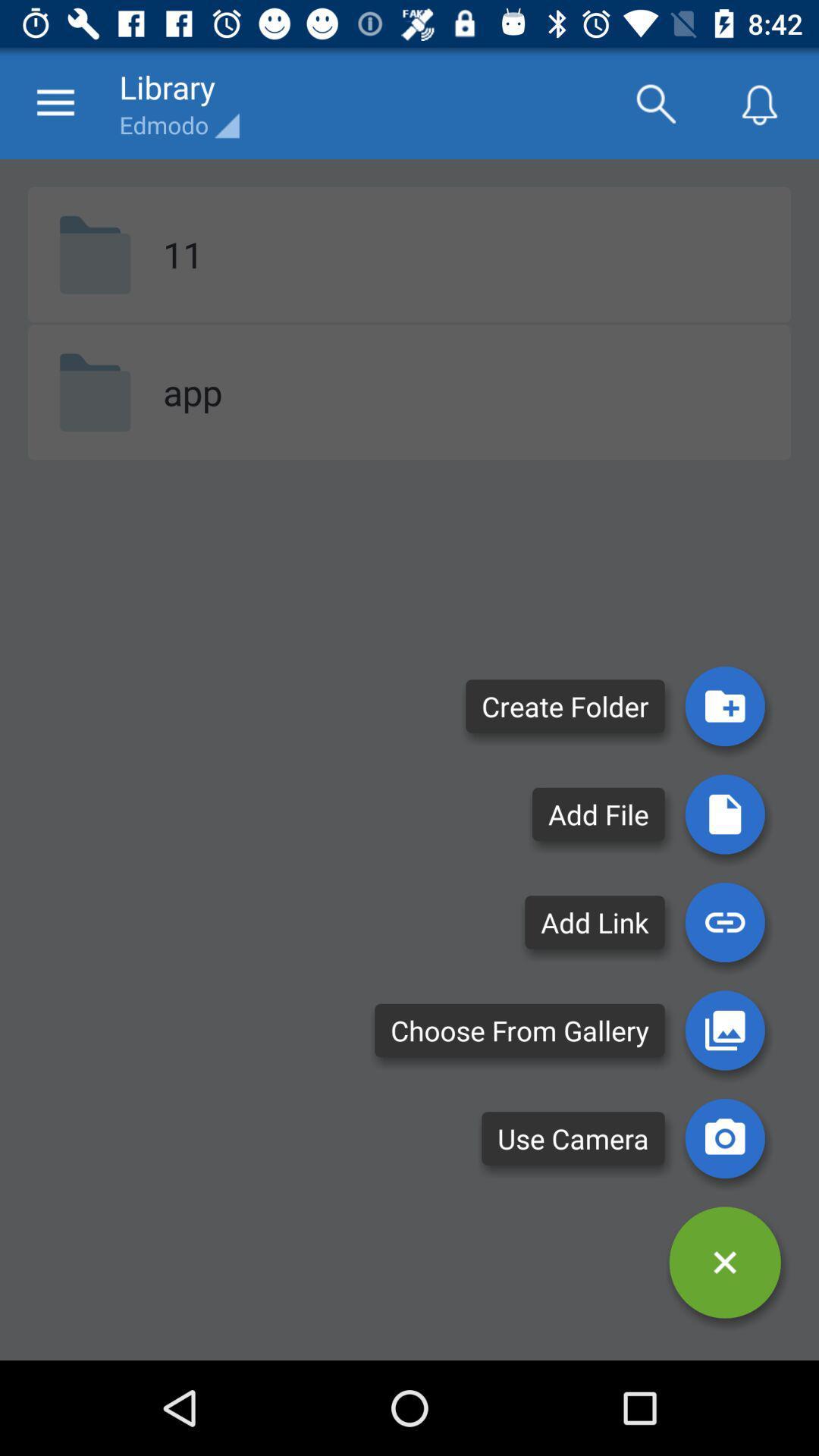 This screenshot has height=1456, width=819. Describe the element at coordinates (724, 1138) in the screenshot. I see `use camera` at that location.